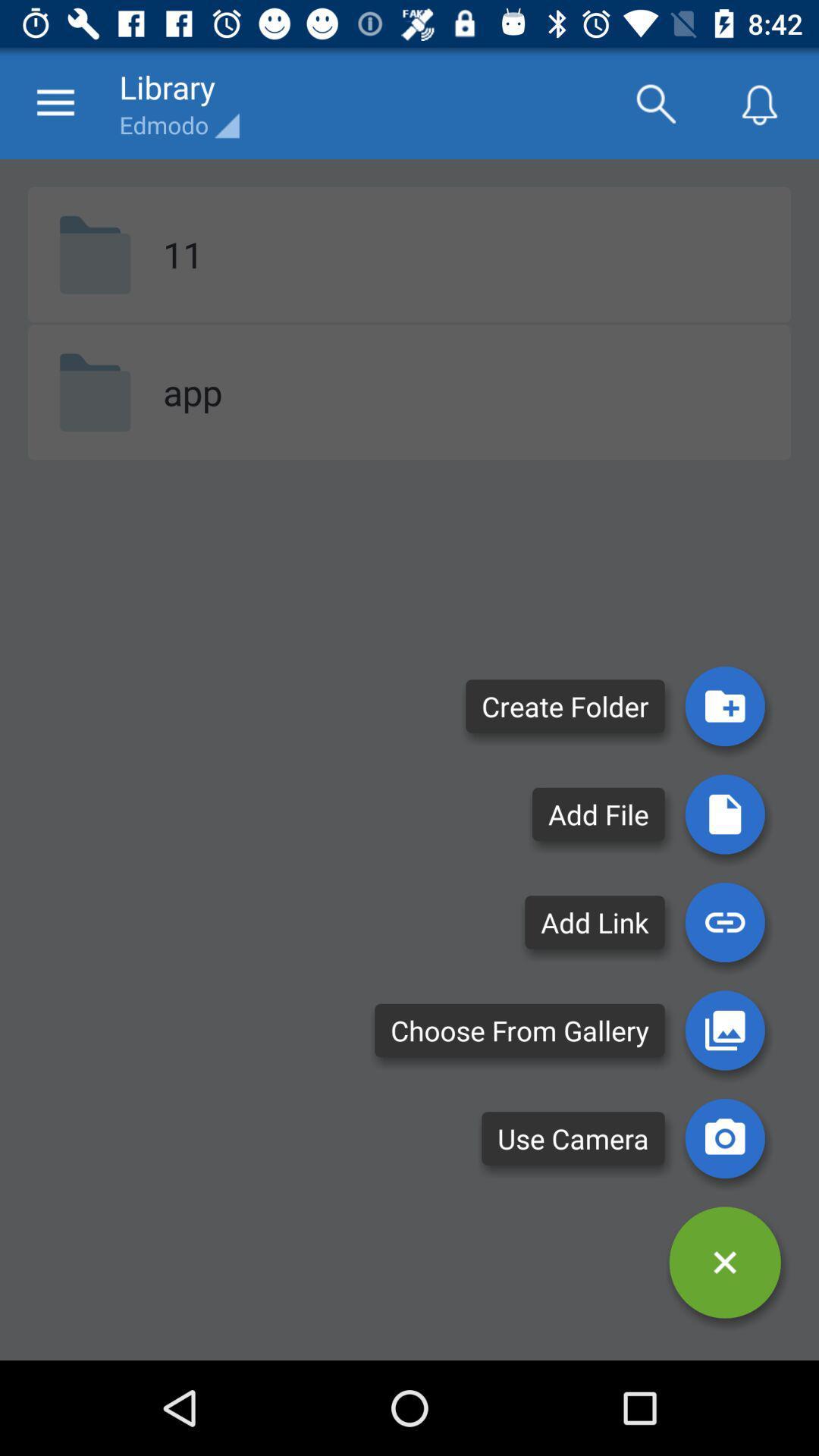 This screenshot has height=1456, width=819. Describe the element at coordinates (724, 1138) in the screenshot. I see `use camera` at that location.